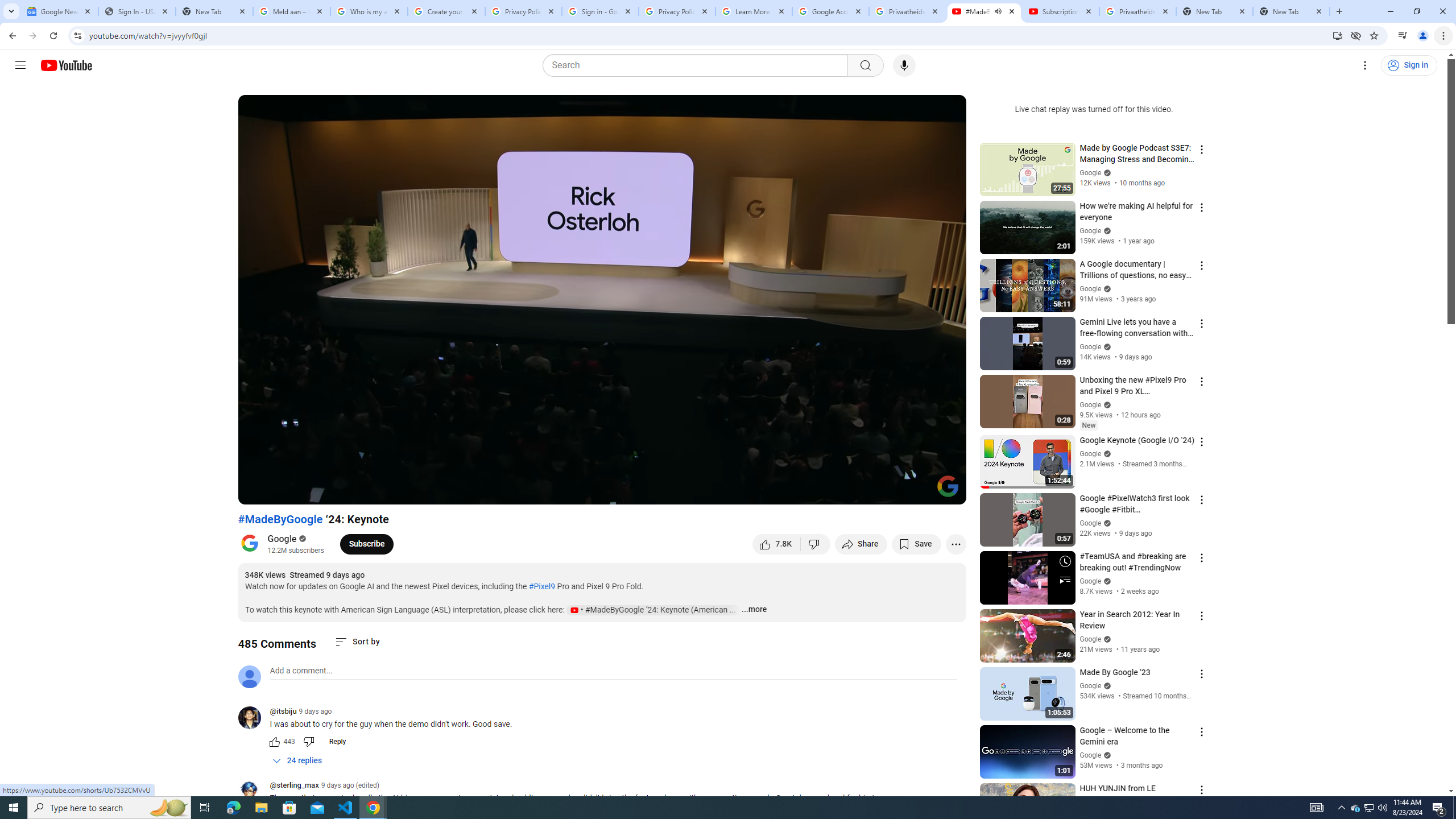  I want to click on 'Full screen (f)', so click(945, 490).